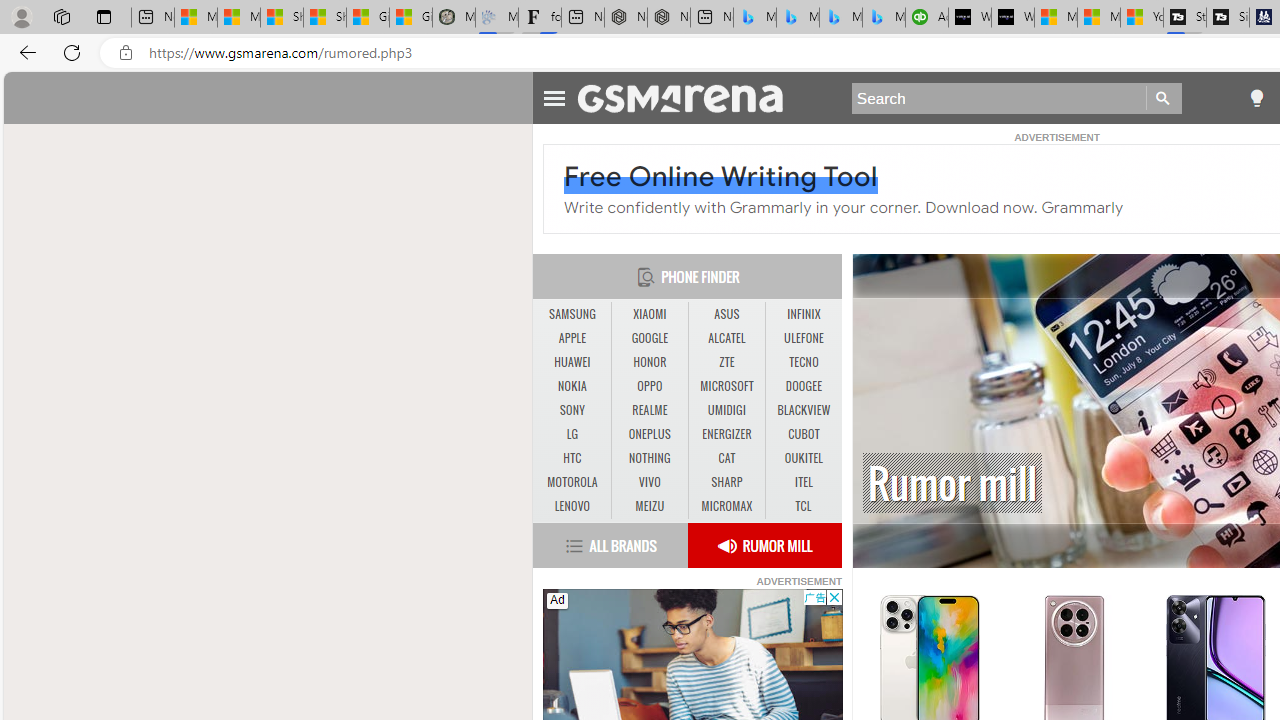  What do you see at coordinates (571, 483) in the screenshot?
I see `'MOTOROLA'` at bounding box center [571, 483].